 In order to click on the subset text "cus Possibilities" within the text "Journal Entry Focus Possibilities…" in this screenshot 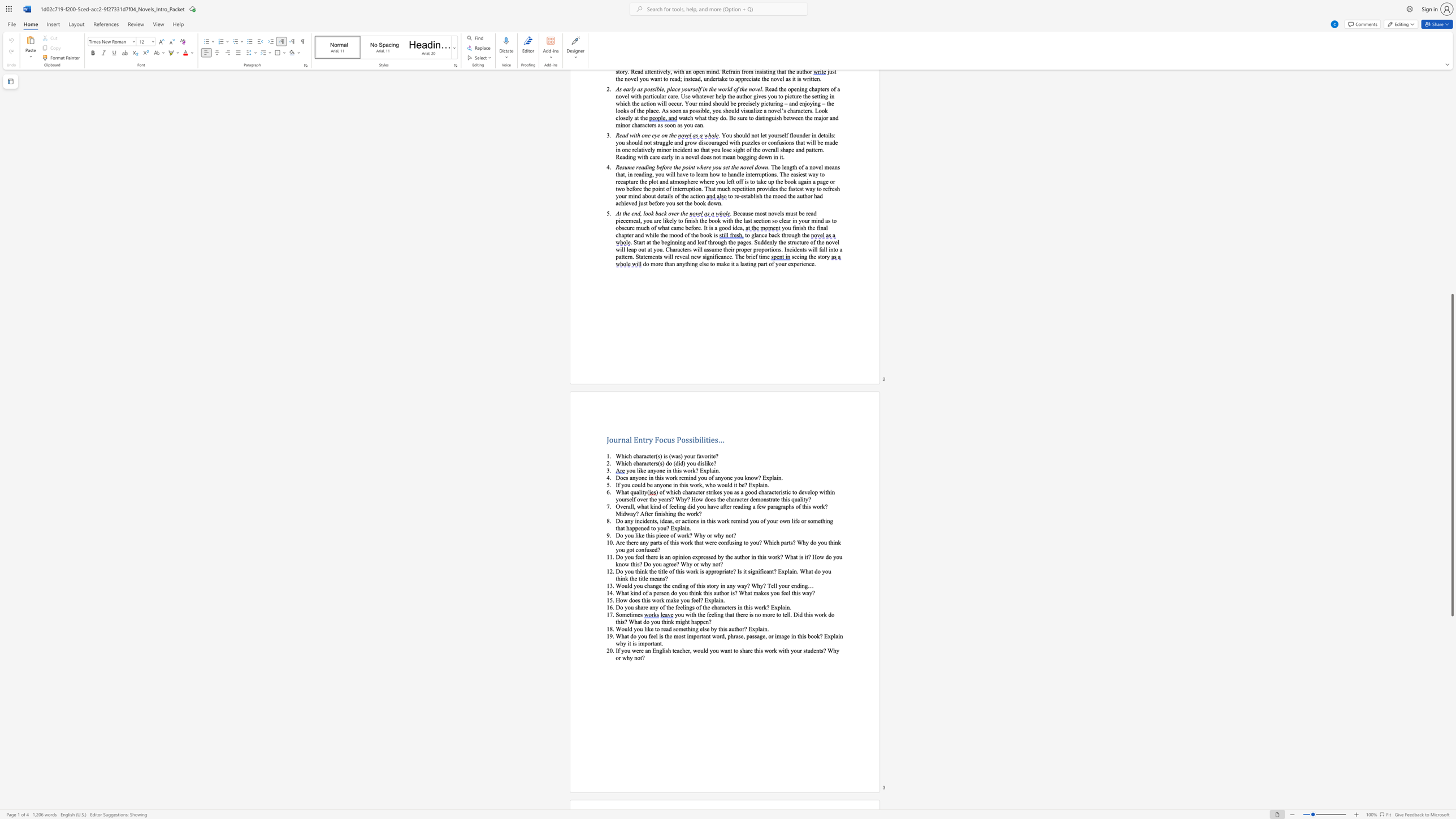, I will do `click(662, 439)`.